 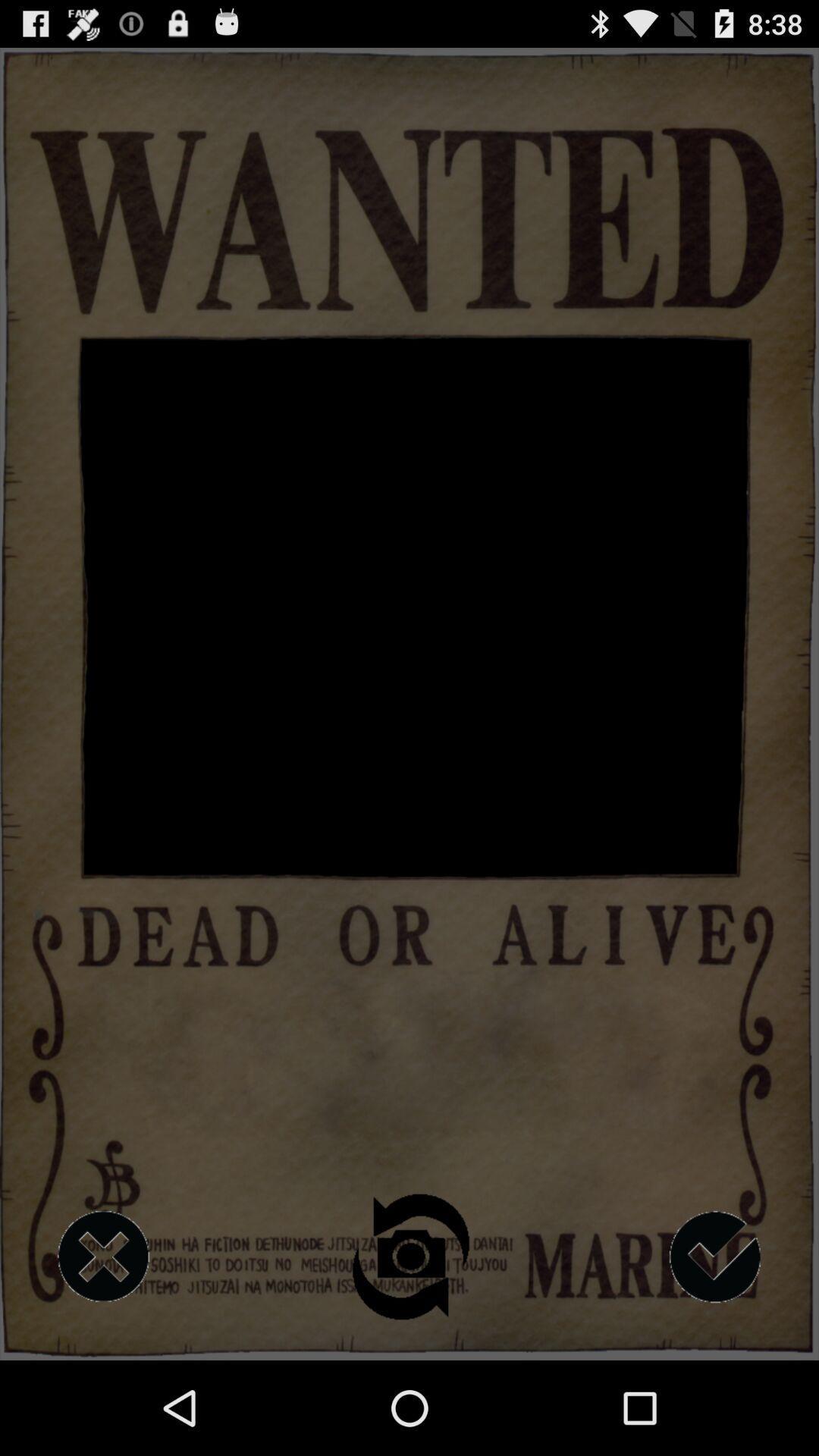 I want to click on the check icon, so click(x=715, y=1345).